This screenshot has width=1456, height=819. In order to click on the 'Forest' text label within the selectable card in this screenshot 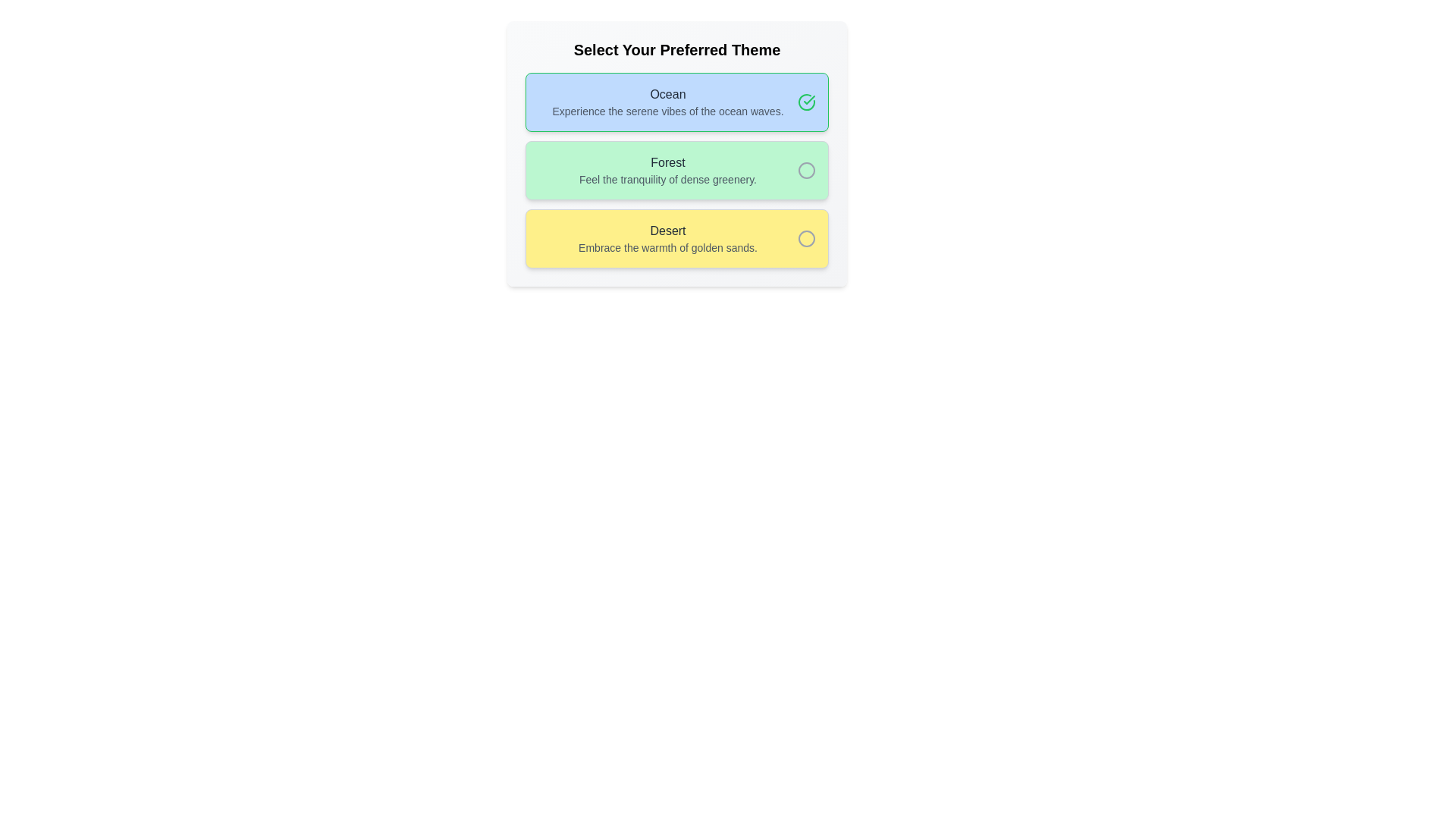, I will do `click(667, 170)`.